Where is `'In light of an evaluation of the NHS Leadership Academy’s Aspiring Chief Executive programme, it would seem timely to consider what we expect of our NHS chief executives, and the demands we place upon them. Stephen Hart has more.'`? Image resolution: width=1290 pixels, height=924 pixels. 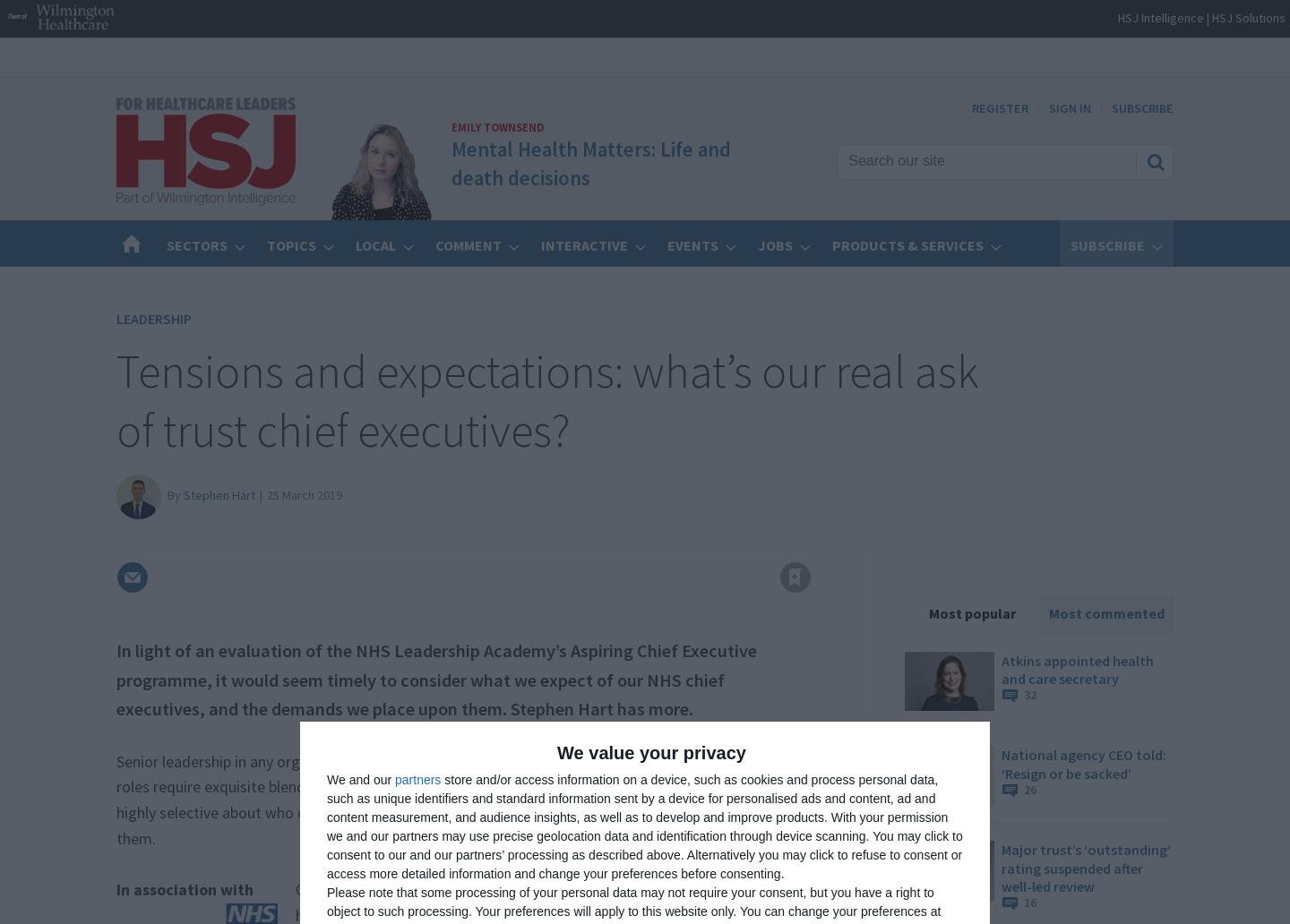 'In light of an evaluation of the NHS Leadership Academy’s Aspiring Chief Executive programme, it would seem timely to consider what we expect of our NHS chief executives, and the demands we place upon them. Stephen Hart has more.' is located at coordinates (435, 679).